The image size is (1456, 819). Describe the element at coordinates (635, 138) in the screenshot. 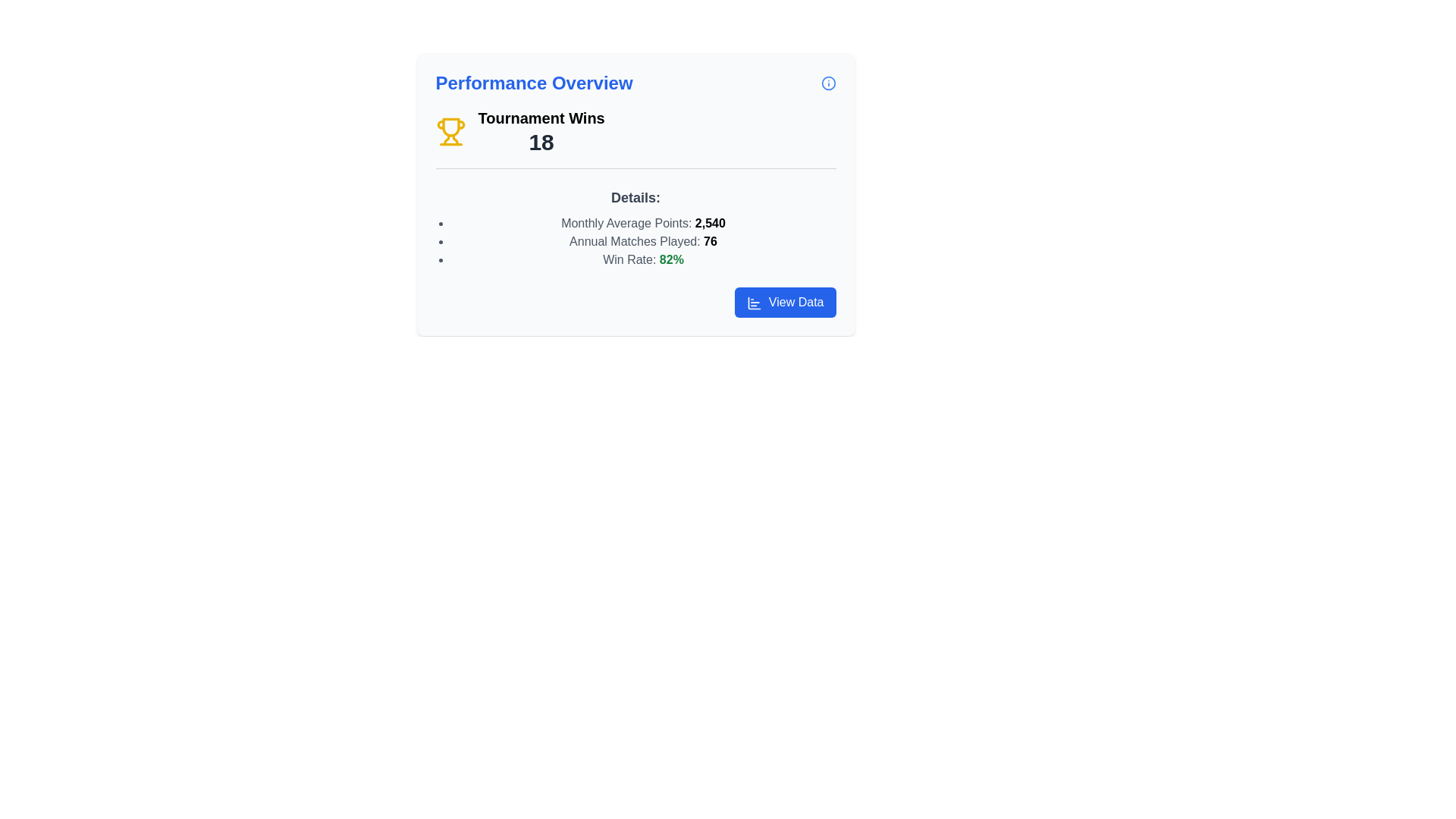

I see `the informational metric display showing 'Tournament Wins' with a value of '18' in the 'Performance Overview' section` at that location.